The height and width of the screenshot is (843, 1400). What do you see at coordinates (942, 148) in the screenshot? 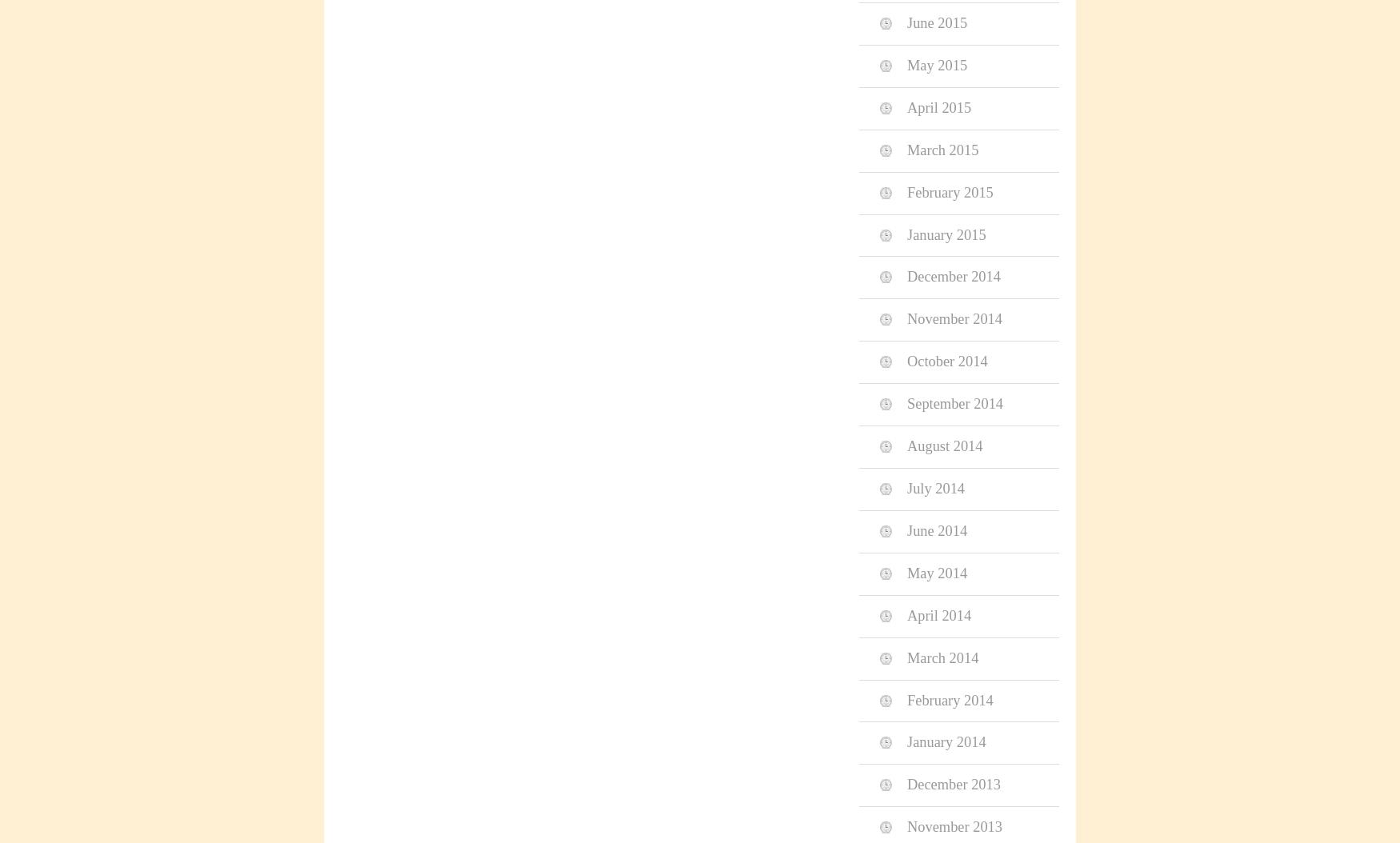
I see `'March 2015'` at bounding box center [942, 148].